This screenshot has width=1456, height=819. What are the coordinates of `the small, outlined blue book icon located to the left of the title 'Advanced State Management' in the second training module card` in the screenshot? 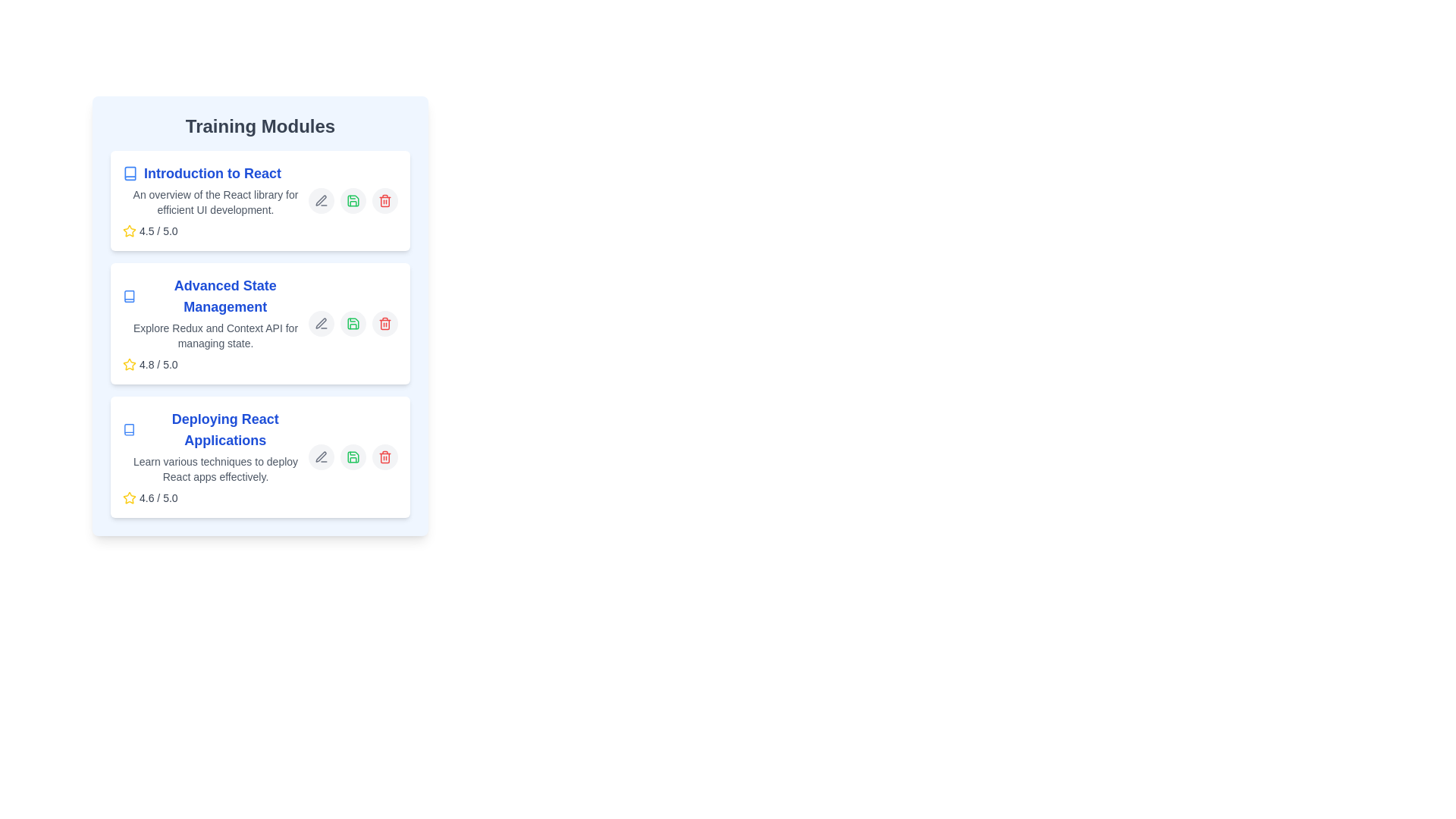 It's located at (129, 296).